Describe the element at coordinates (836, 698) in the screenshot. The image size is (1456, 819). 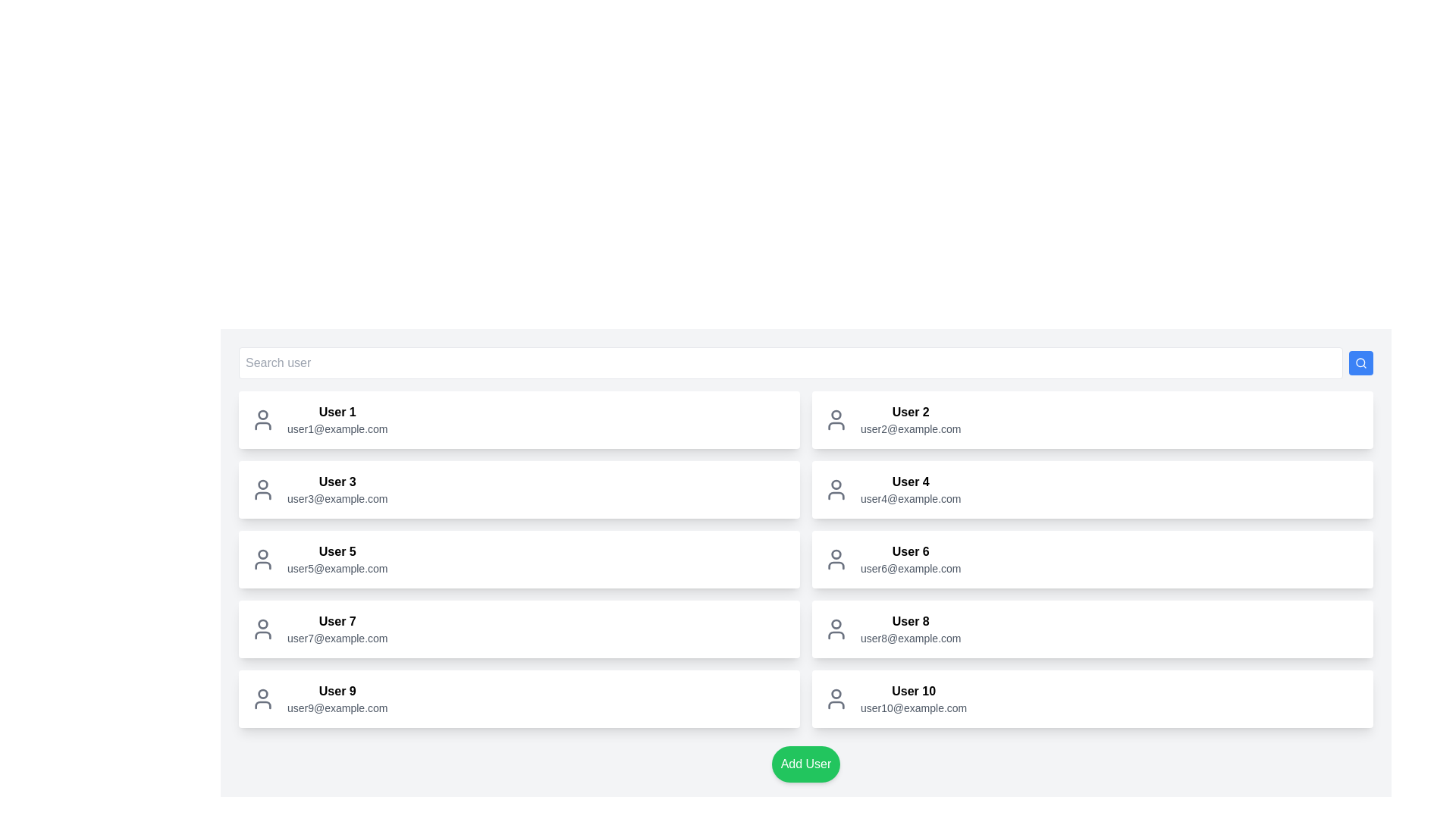
I see `the User Icon representing 'User 10' located in the top-left area of the user card` at that location.